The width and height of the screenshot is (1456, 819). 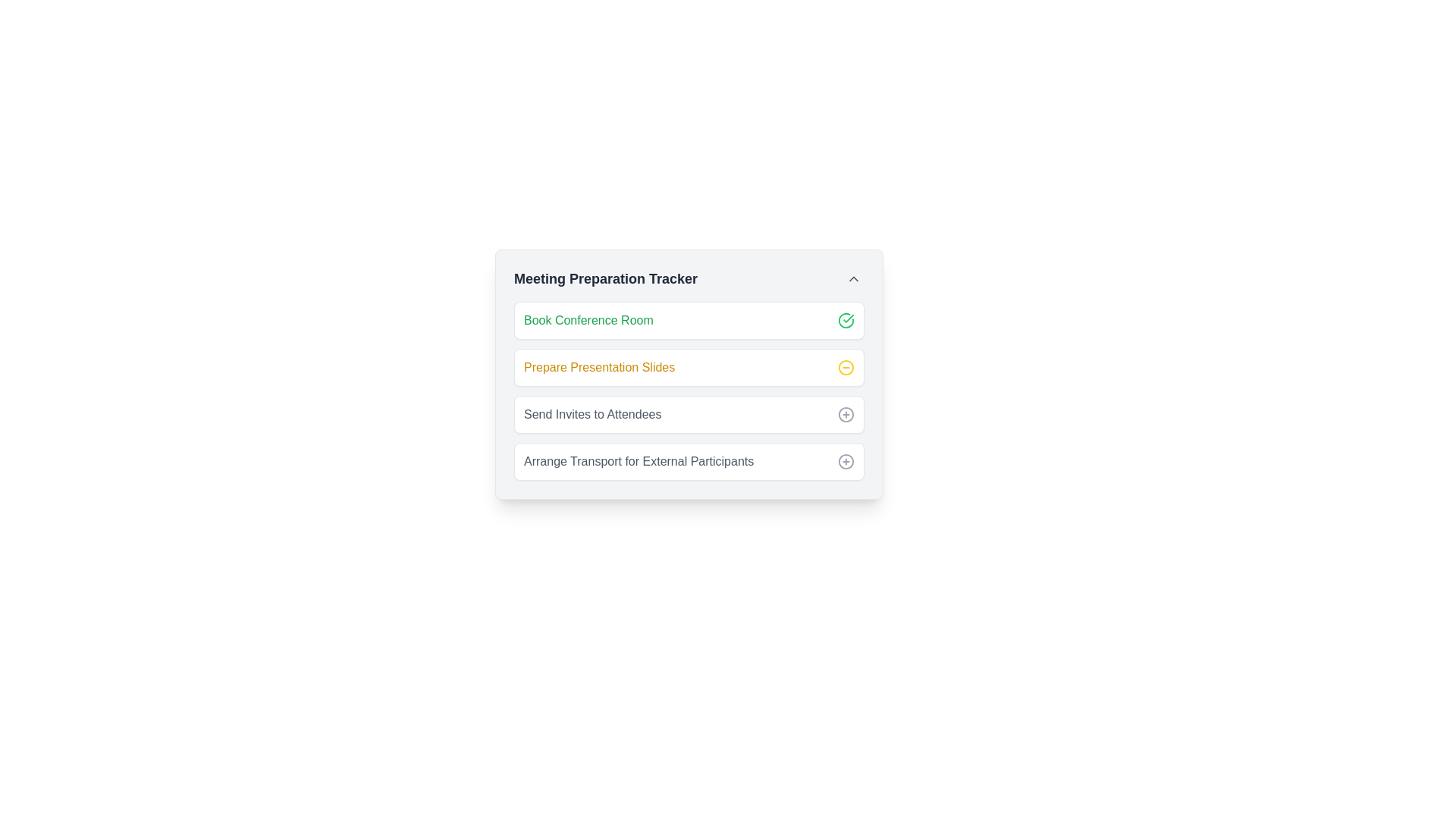 What do you see at coordinates (688, 320) in the screenshot?
I see `the task item component titled 'Book Conference Room' in the checklist interface` at bounding box center [688, 320].